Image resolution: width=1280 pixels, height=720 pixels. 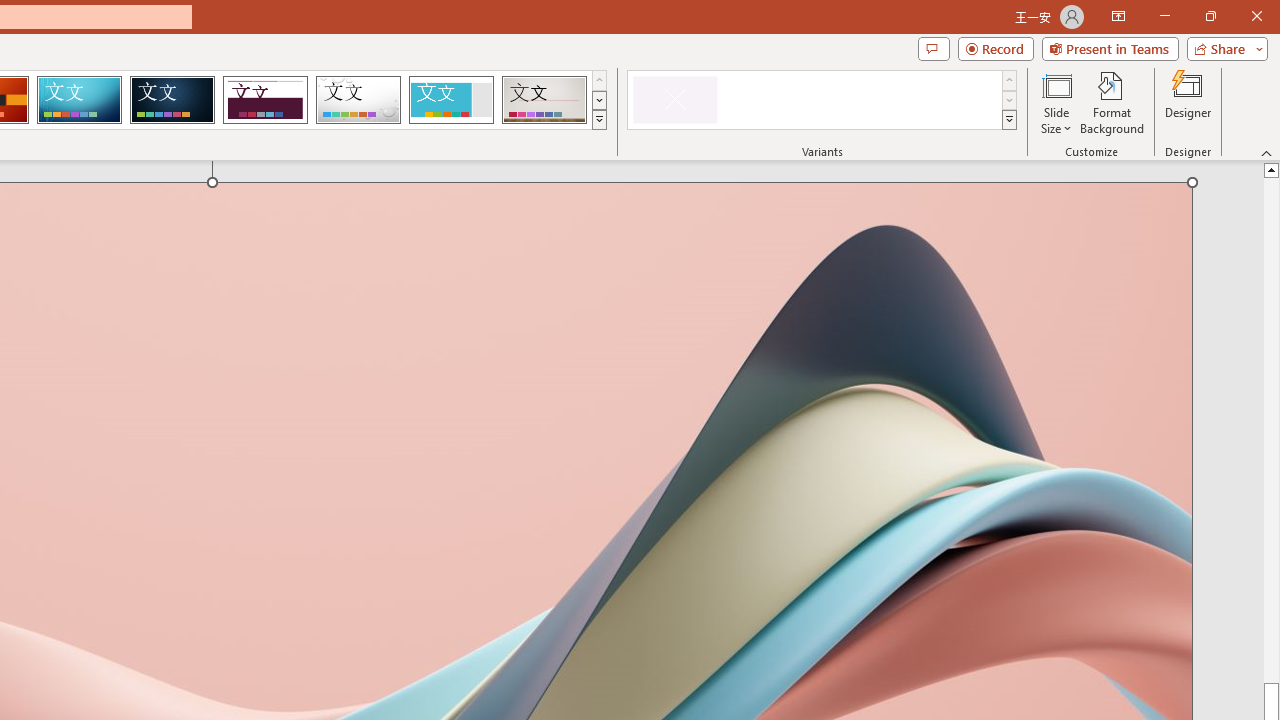 I want to click on 'Format Background', so click(x=1111, y=103).